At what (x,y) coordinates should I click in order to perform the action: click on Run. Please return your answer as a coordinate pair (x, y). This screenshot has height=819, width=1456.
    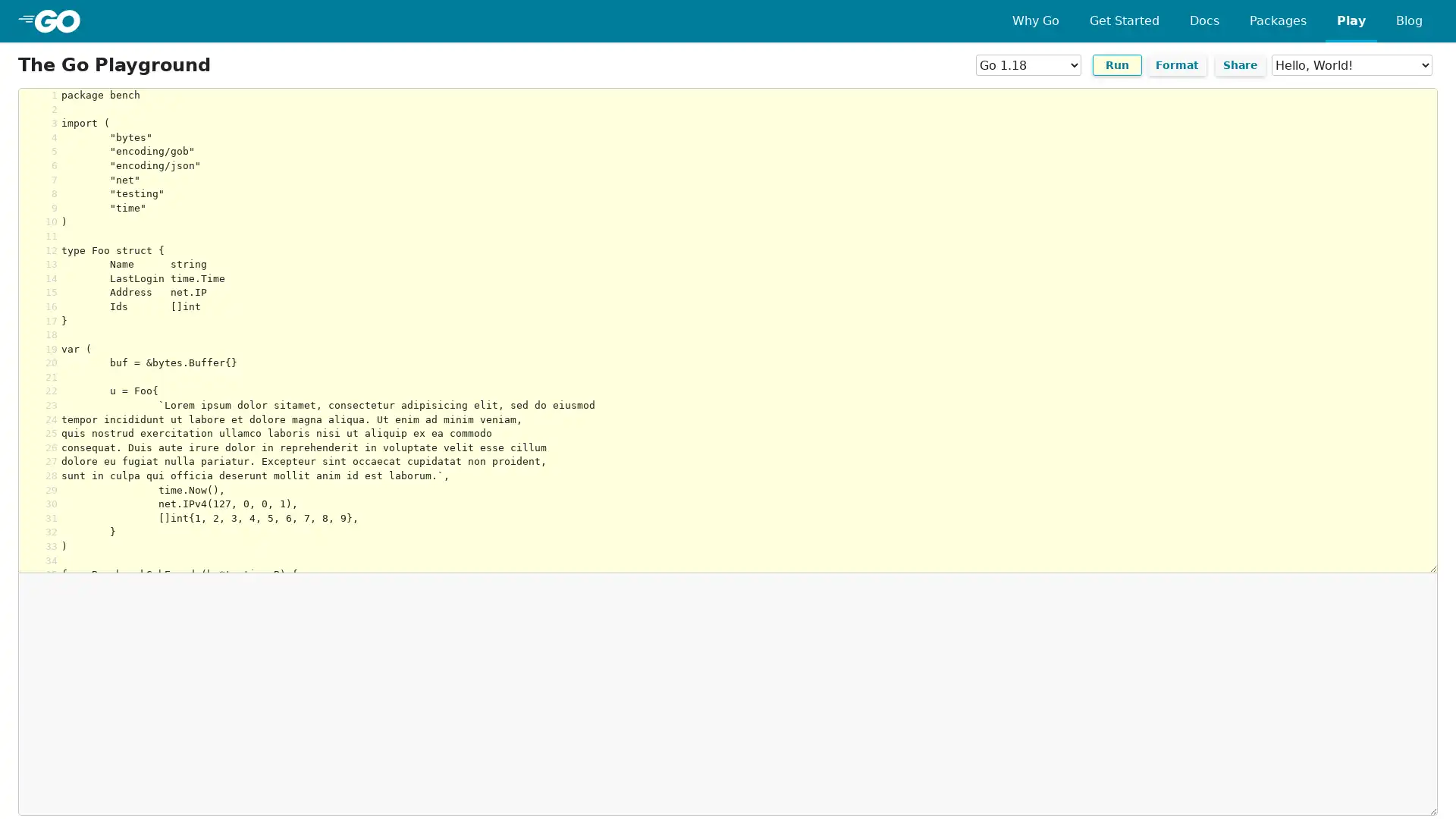
    Looking at the image, I should click on (1117, 64).